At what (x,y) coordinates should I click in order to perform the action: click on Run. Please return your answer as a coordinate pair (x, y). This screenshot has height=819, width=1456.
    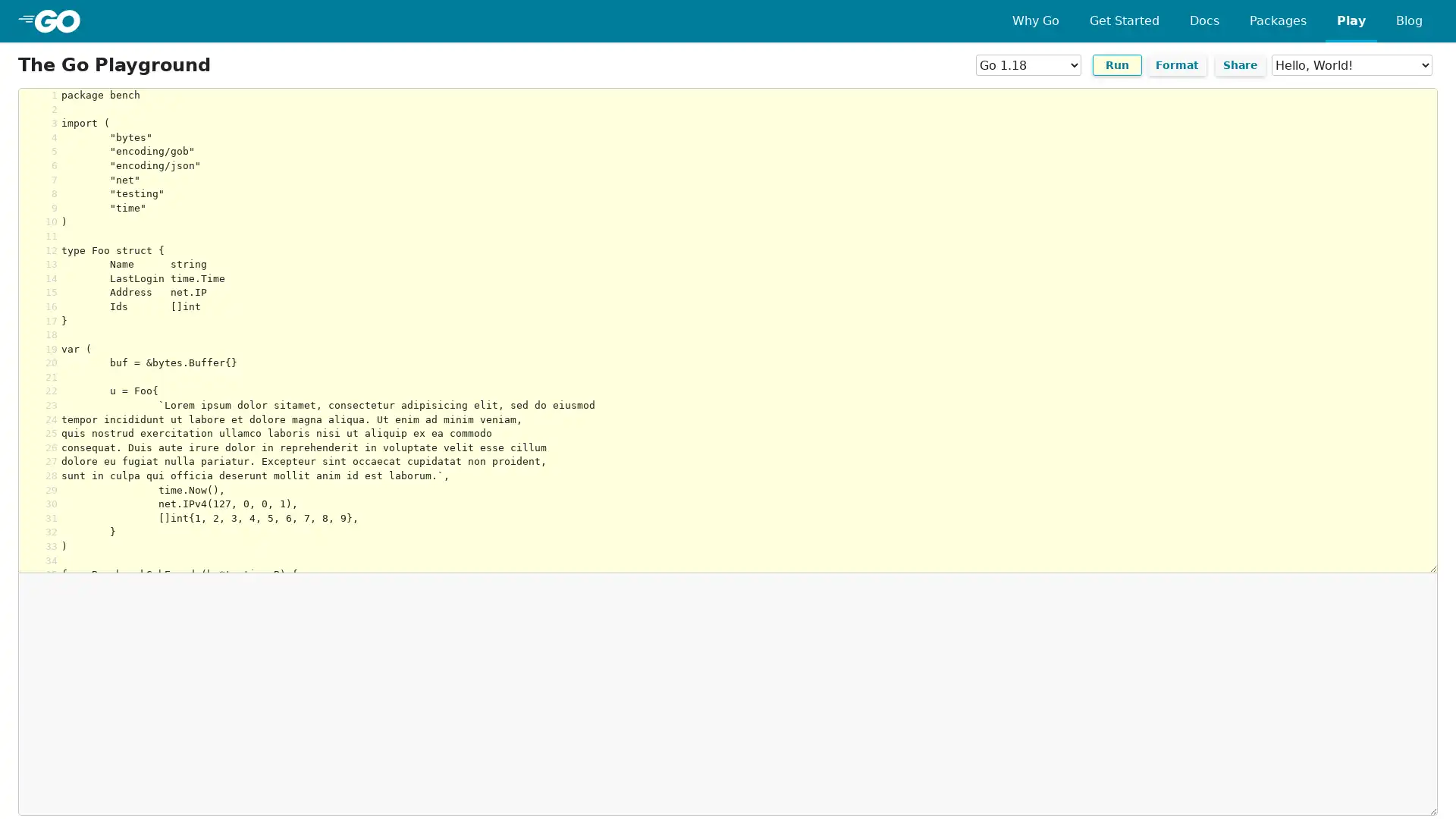
    Looking at the image, I should click on (1117, 64).